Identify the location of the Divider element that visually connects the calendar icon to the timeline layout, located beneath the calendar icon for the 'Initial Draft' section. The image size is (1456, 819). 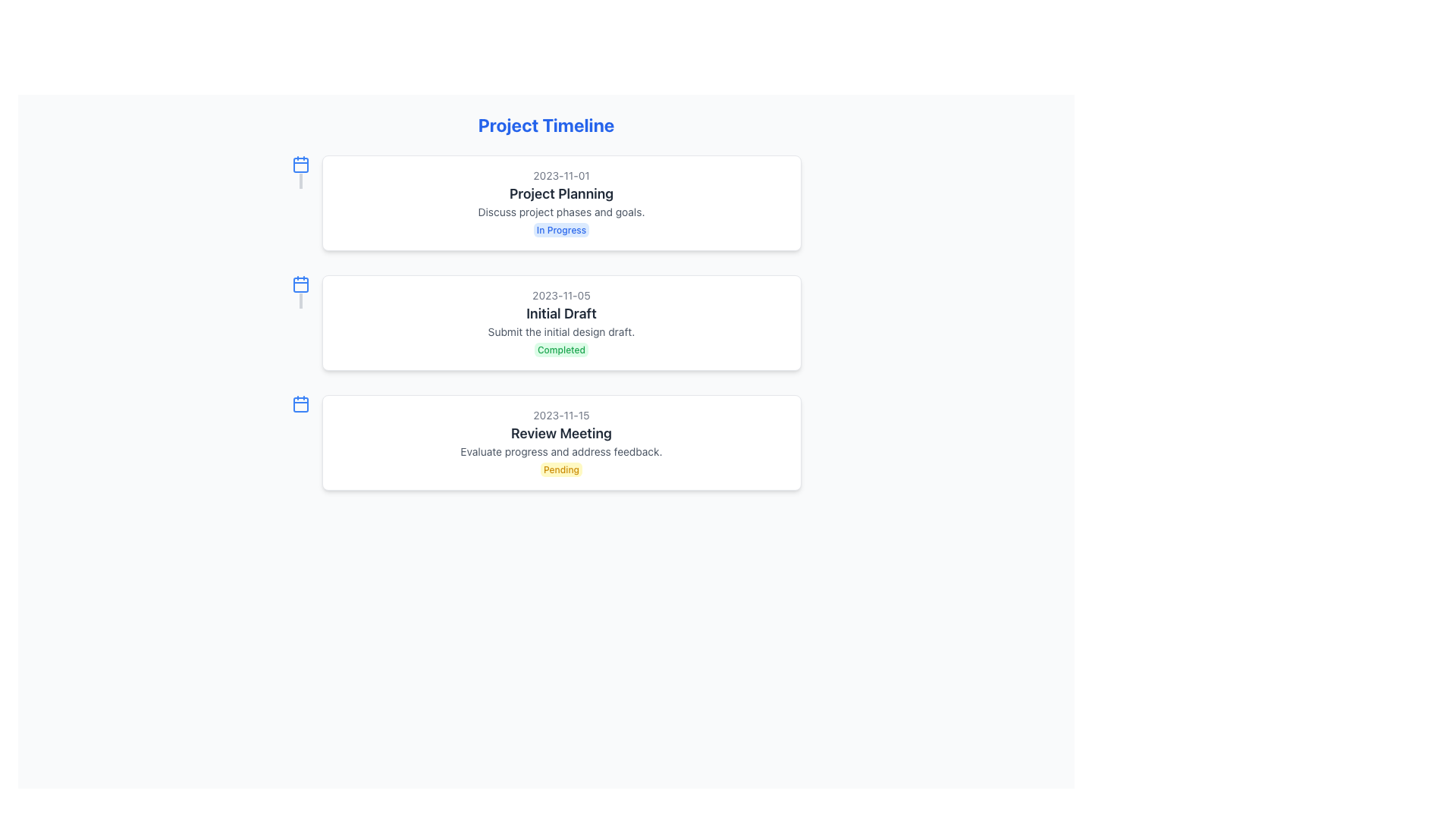
(300, 301).